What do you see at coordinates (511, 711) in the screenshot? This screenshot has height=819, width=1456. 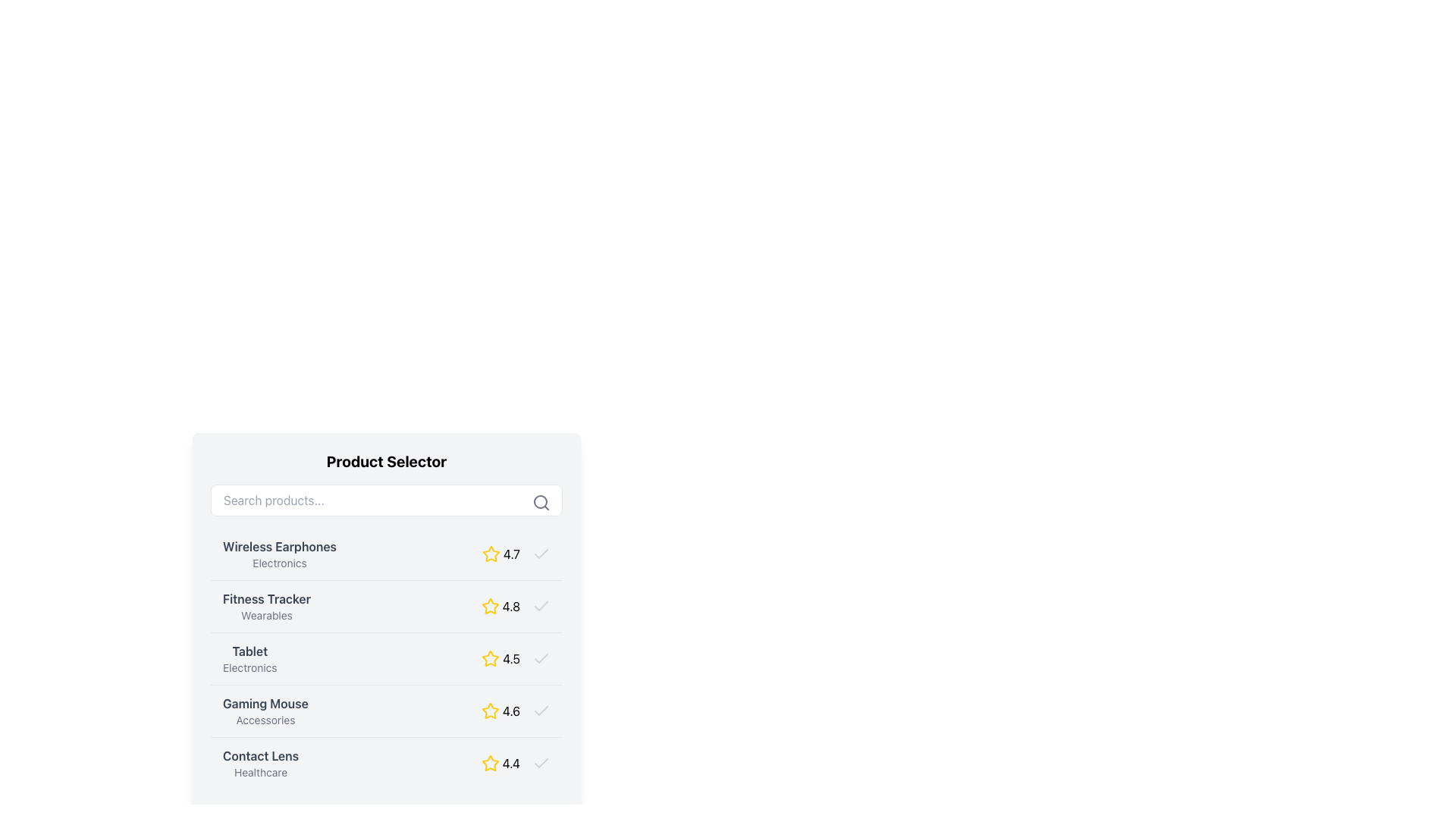 I see `the numeric rating value text label for the 'Gaming Mouse' item, which is located to the immediate right of a yellow star icon, in order to copy it` at bounding box center [511, 711].